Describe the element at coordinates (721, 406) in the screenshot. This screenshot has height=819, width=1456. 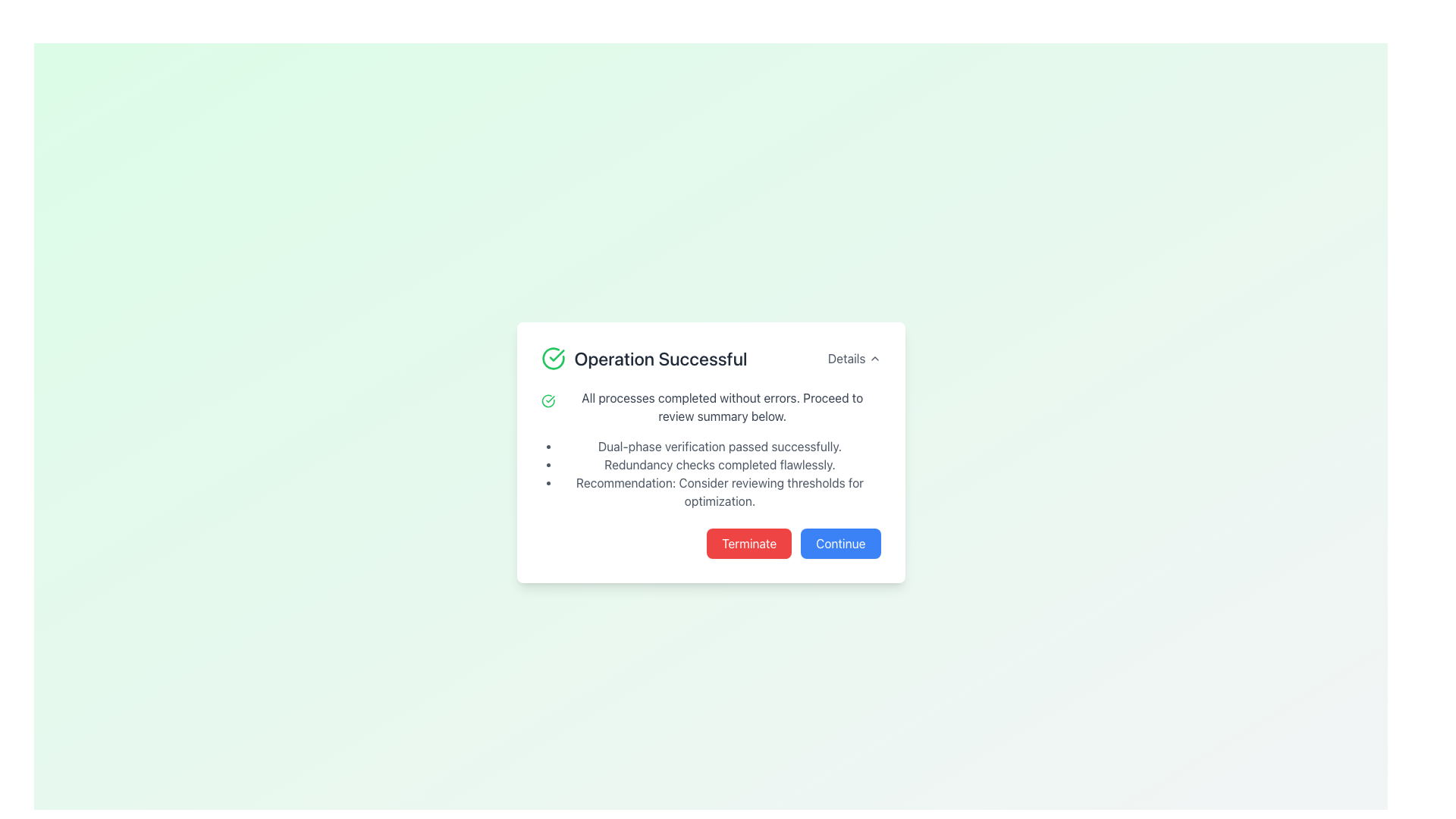
I see `the static text element that displays a summary message indicating the successful completion of processes, located below the checkmark icon and the title 'Operation Successful.'` at that location.